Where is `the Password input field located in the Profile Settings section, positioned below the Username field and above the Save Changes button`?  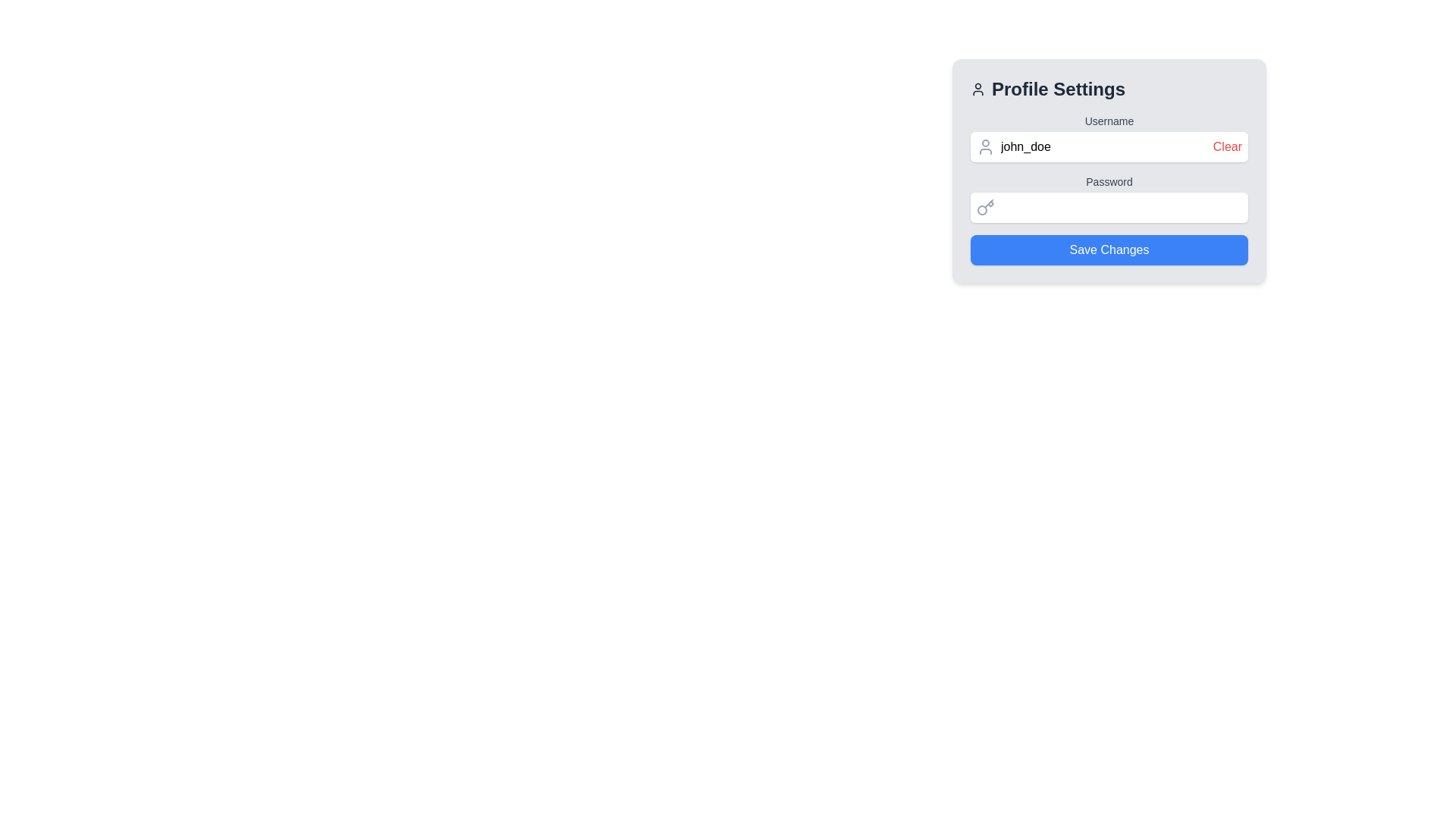
the Password input field located in the Profile Settings section, positioned below the Username field and above the Save Changes button is located at coordinates (1109, 198).